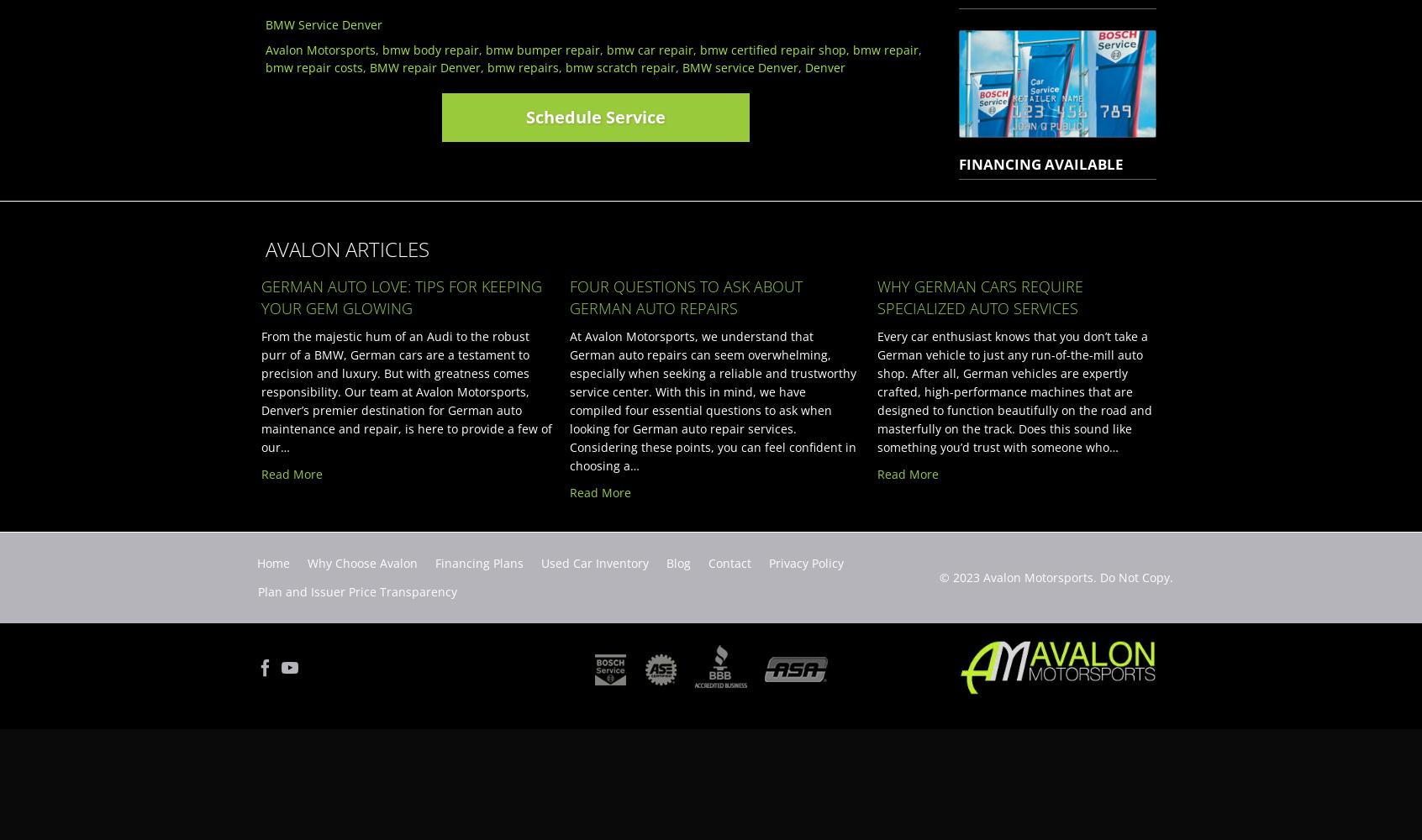 The height and width of the screenshot is (840, 1422). I want to click on 'Denver', so click(805, 66).